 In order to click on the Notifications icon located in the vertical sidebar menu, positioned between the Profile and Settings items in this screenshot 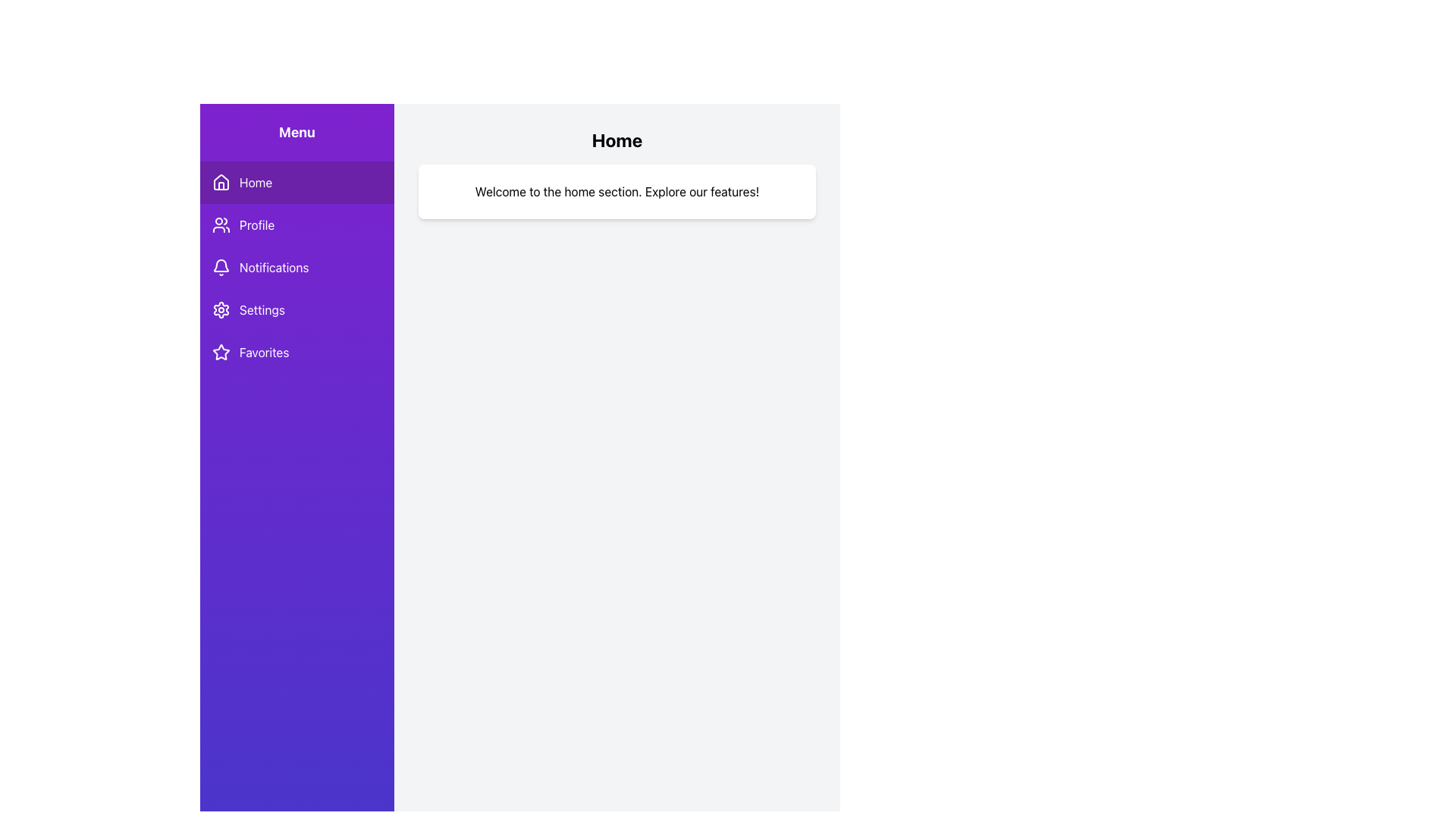, I will do `click(221, 267)`.